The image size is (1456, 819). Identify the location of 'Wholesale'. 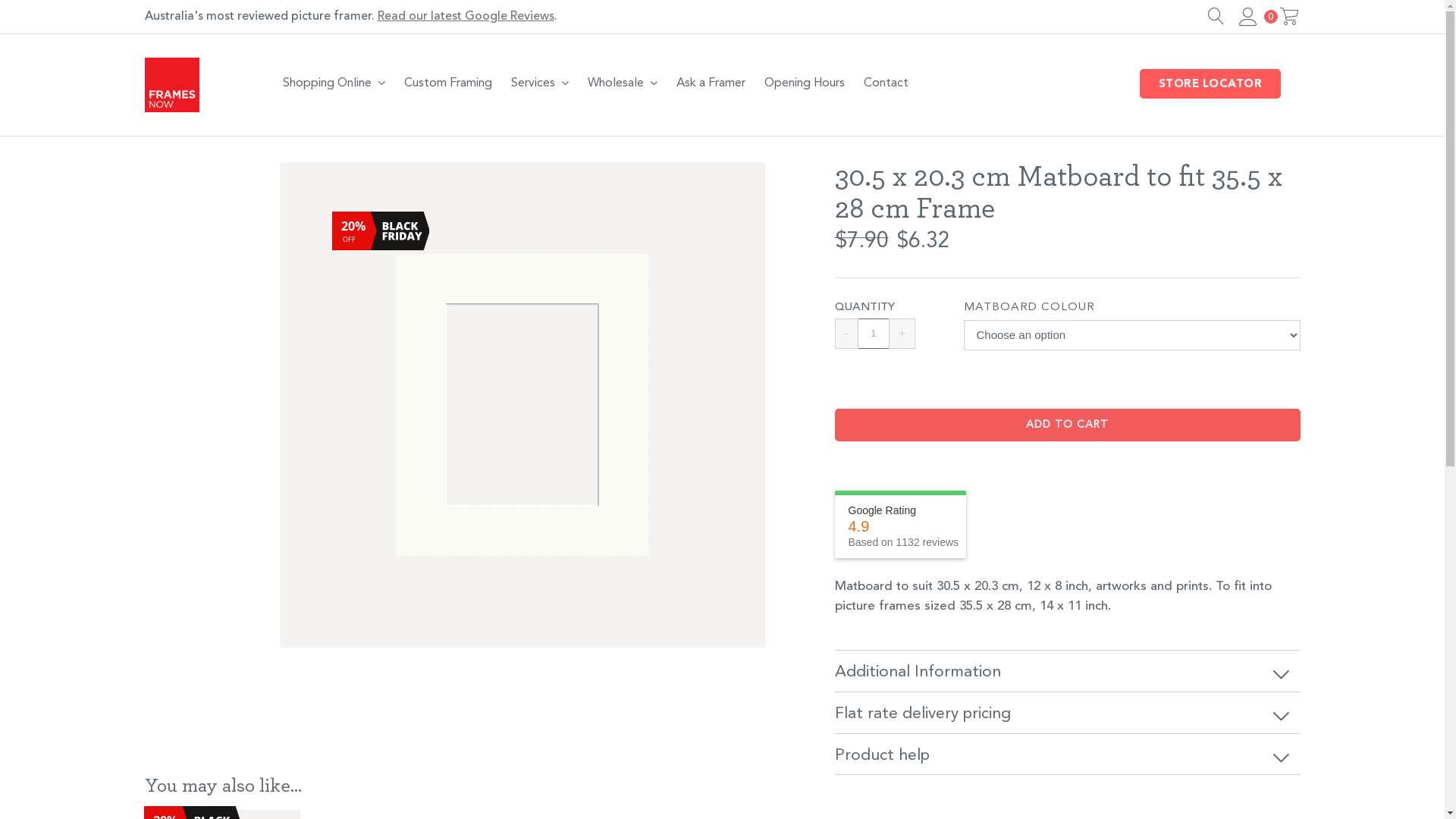
(622, 83).